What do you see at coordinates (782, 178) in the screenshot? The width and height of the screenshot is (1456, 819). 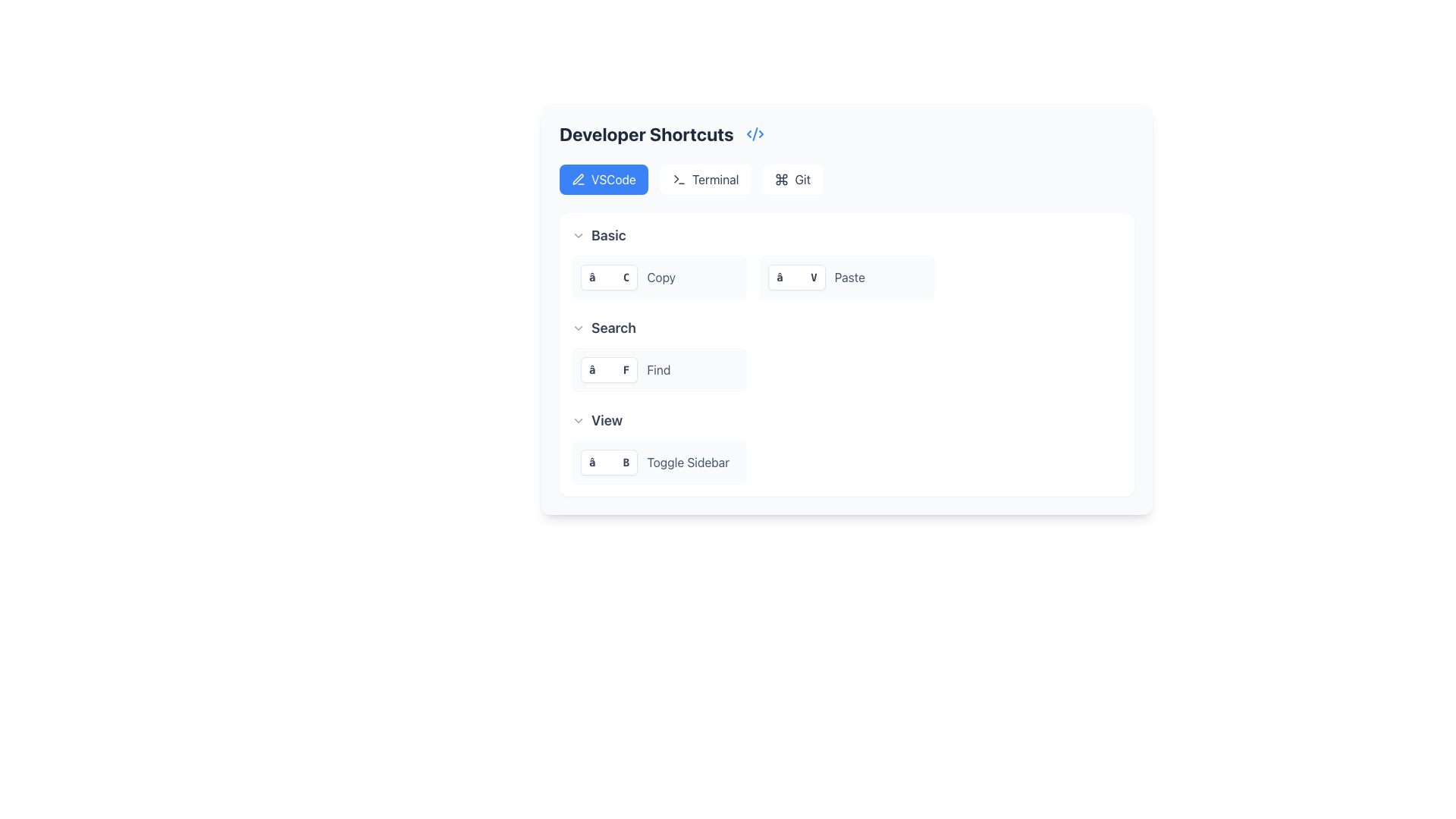 I see `the icon in the header or toolbar area` at bounding box center [782, 178].